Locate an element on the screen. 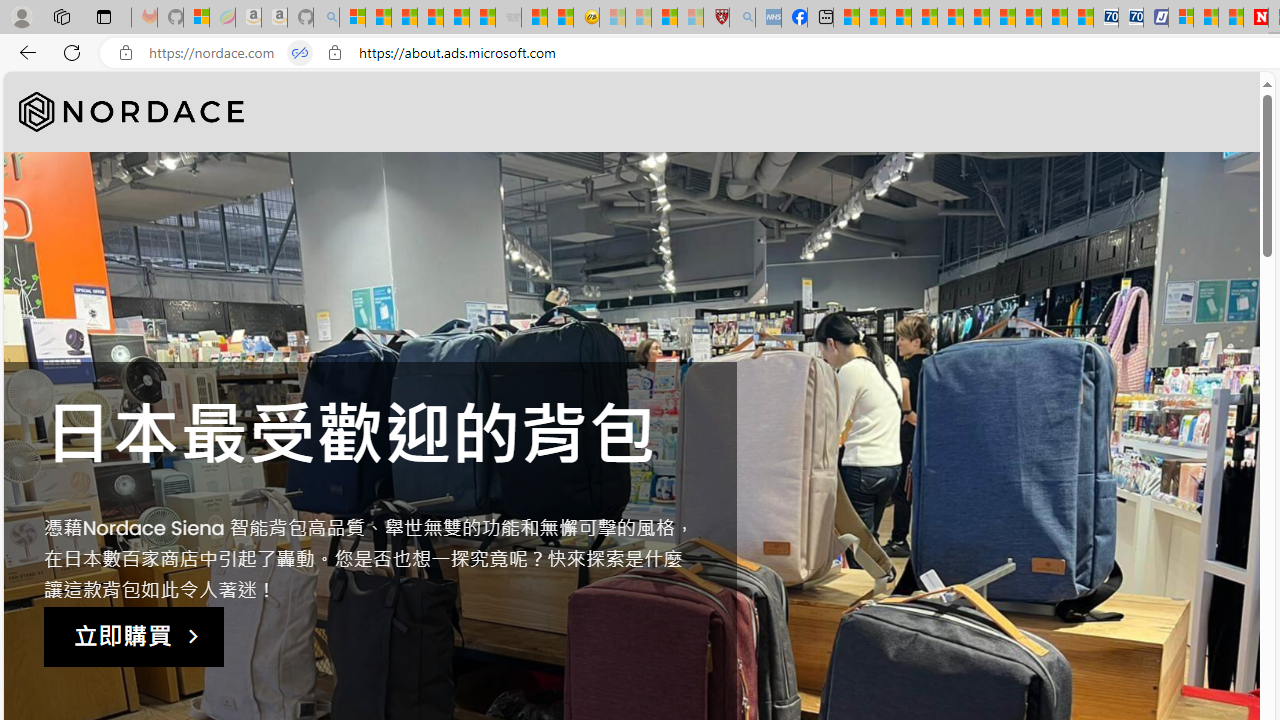 The image size is (1280, 720). 'Newsweek - News, Analysis, Politics, Business, Technology' is located at coordinates (1255, 17).